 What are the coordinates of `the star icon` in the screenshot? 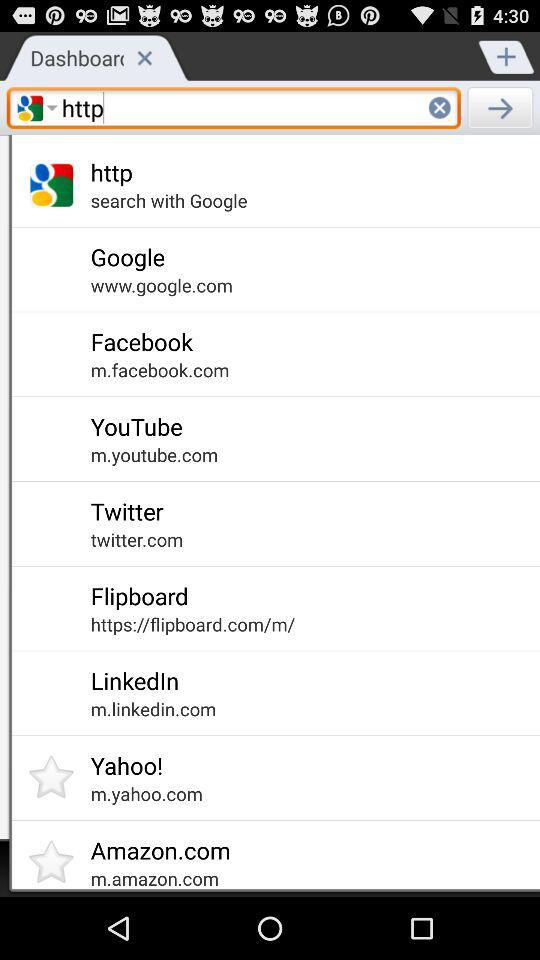 It's located at (54, 928).